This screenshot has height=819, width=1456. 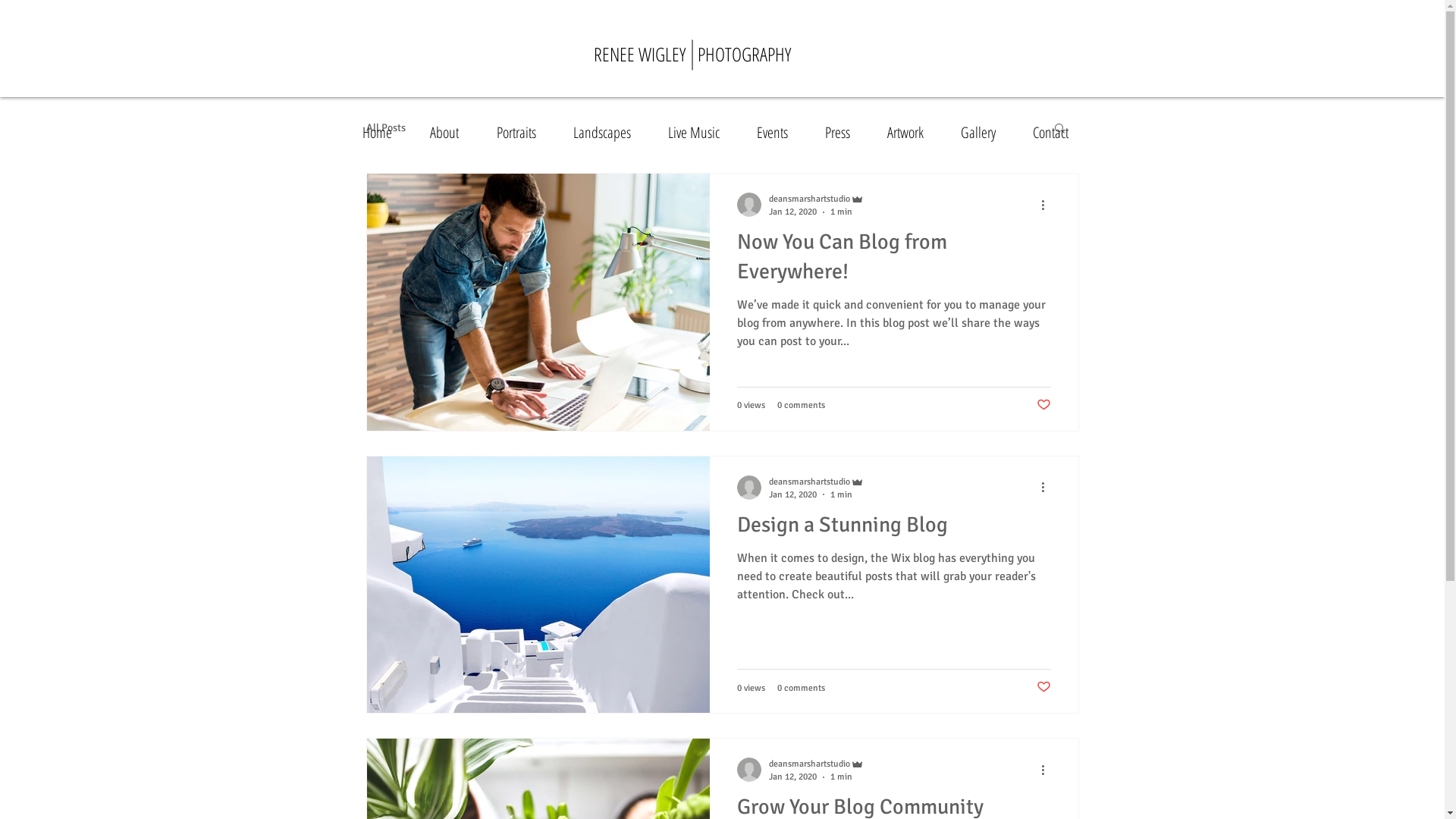 What do you see at coordinates (843, 131) in the screenshot?
I see `'Press'` at bounding box center [843, 131].